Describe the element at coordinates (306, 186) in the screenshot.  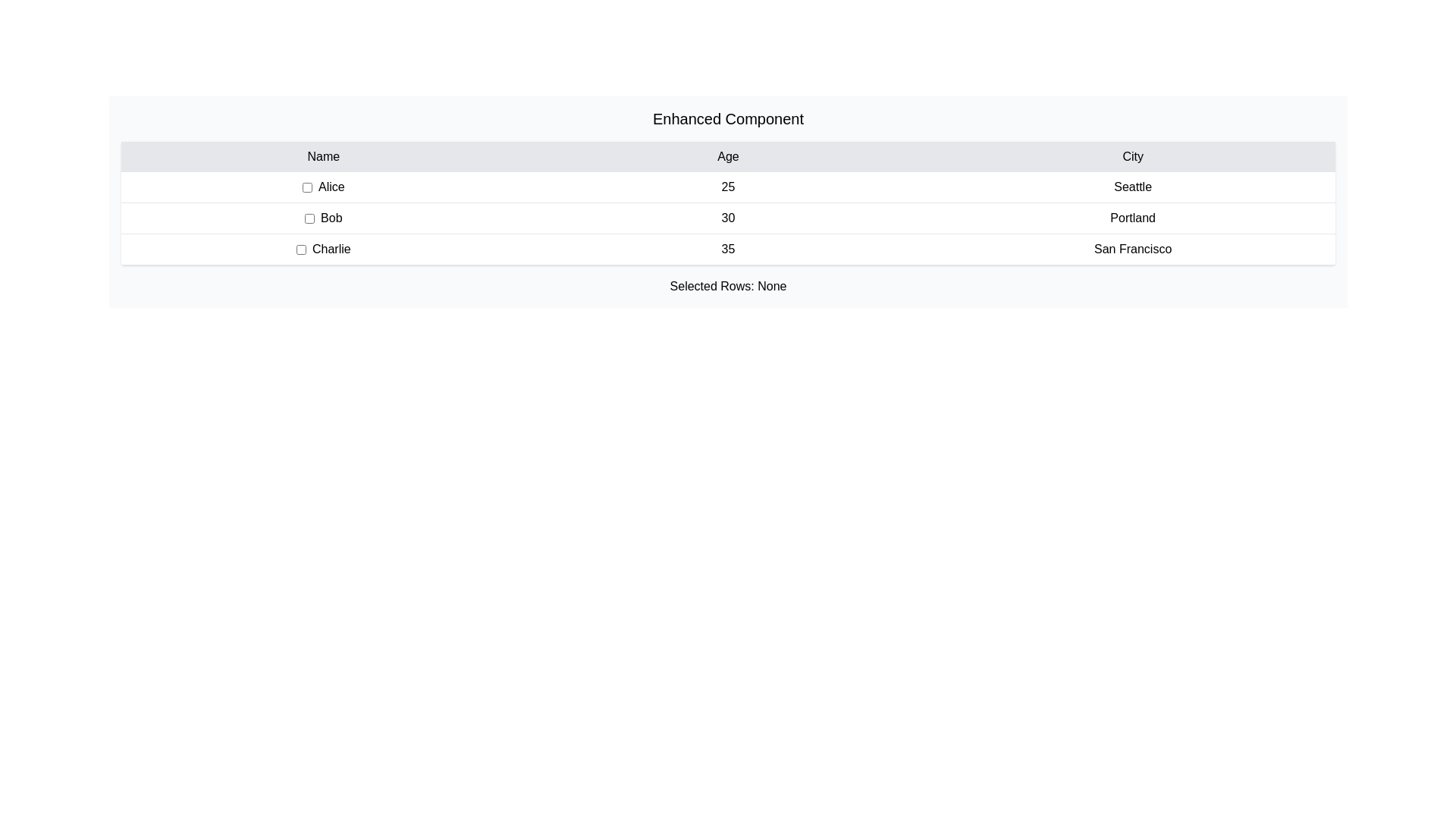
I see `the checkbox located in the first row of the table under the 'Name' header` at that location.